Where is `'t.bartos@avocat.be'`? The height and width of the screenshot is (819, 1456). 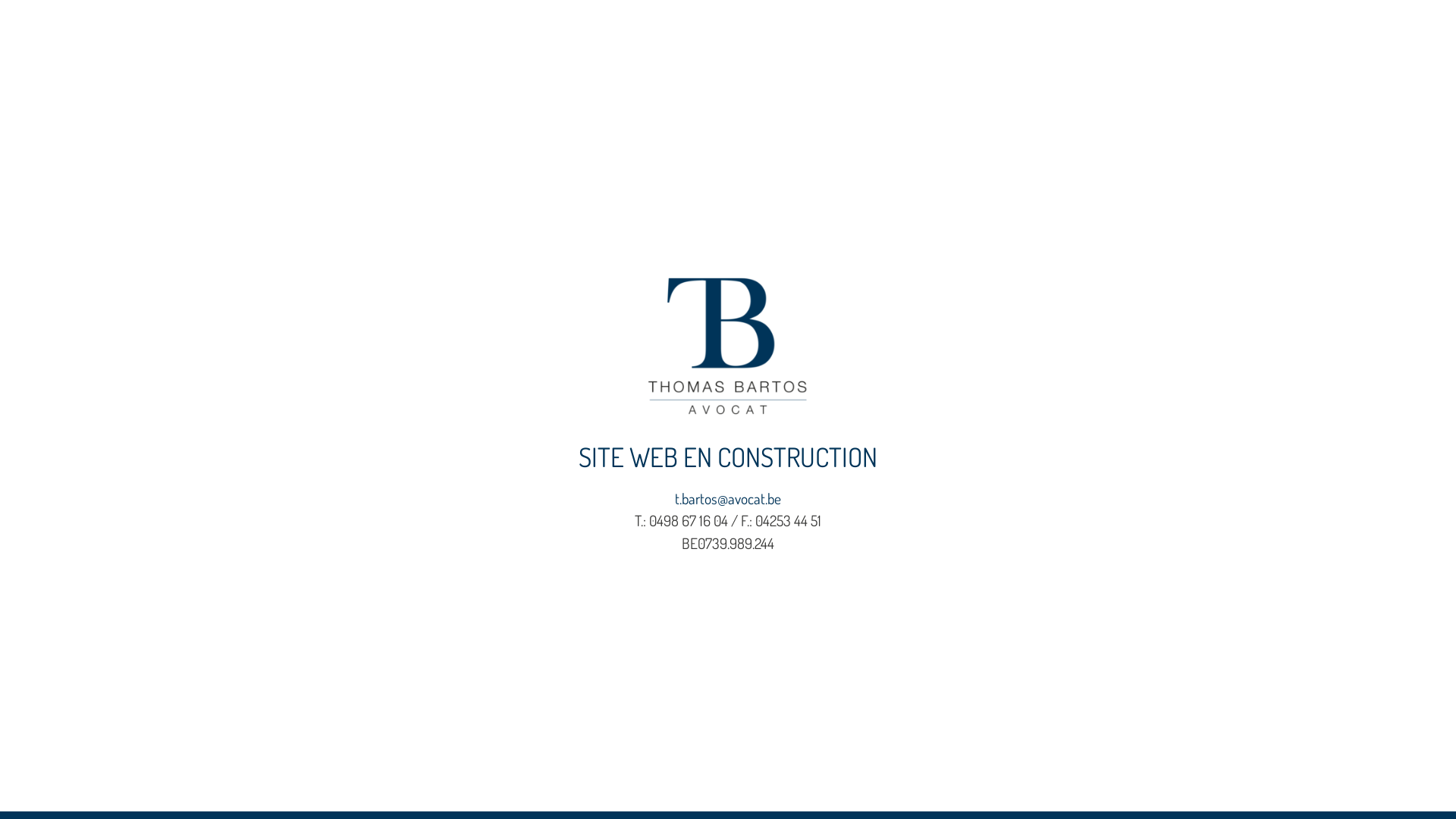
't.bartos@avocat.be' is located at coordinates (728, 498).